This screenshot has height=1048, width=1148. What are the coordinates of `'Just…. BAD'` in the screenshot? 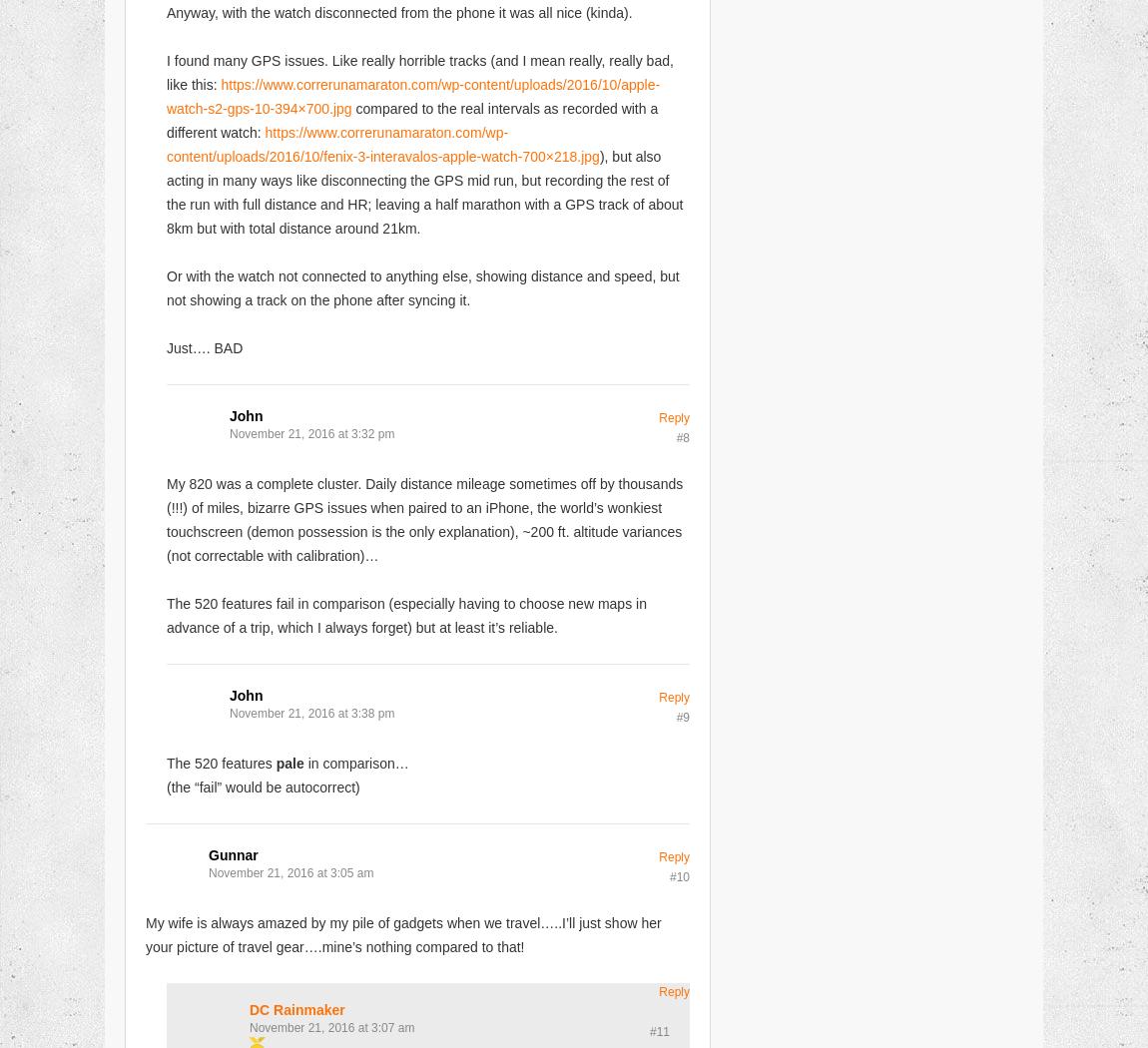 It's located at (165, 345).